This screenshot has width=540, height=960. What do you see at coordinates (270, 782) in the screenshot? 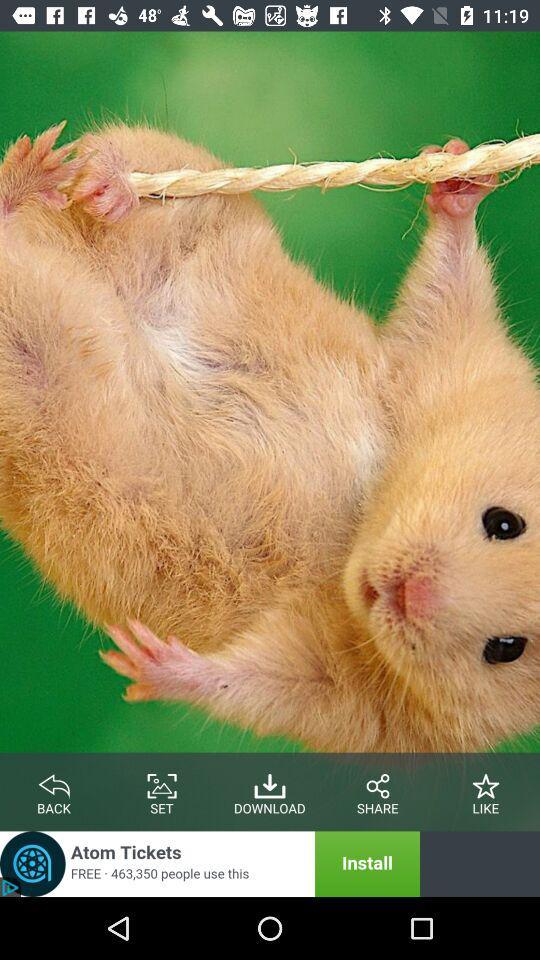
I see `download option` at bounding box center [270, 782].